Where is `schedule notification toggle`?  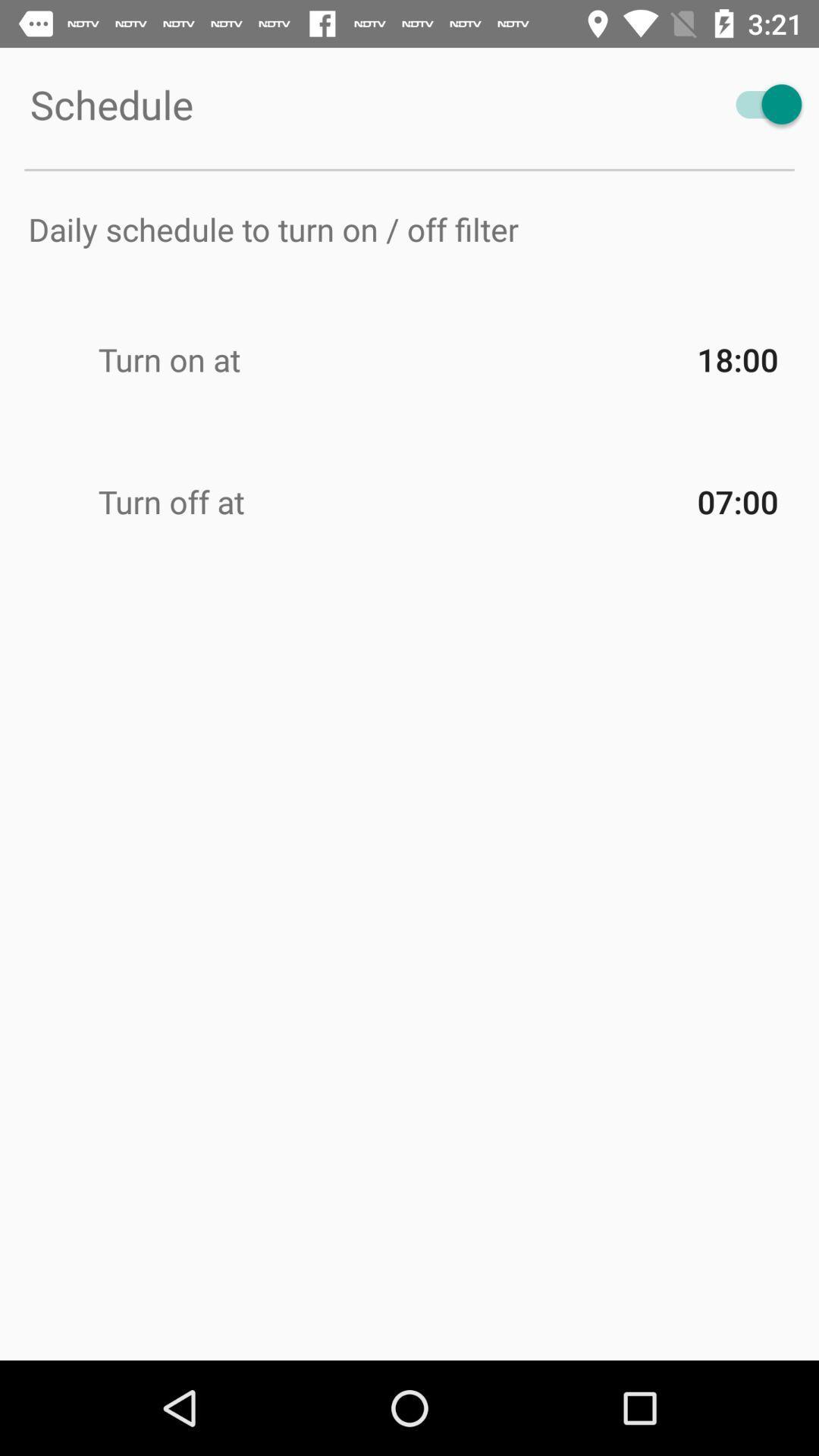
schedule notification toggle is located at coordinates (761, 103).